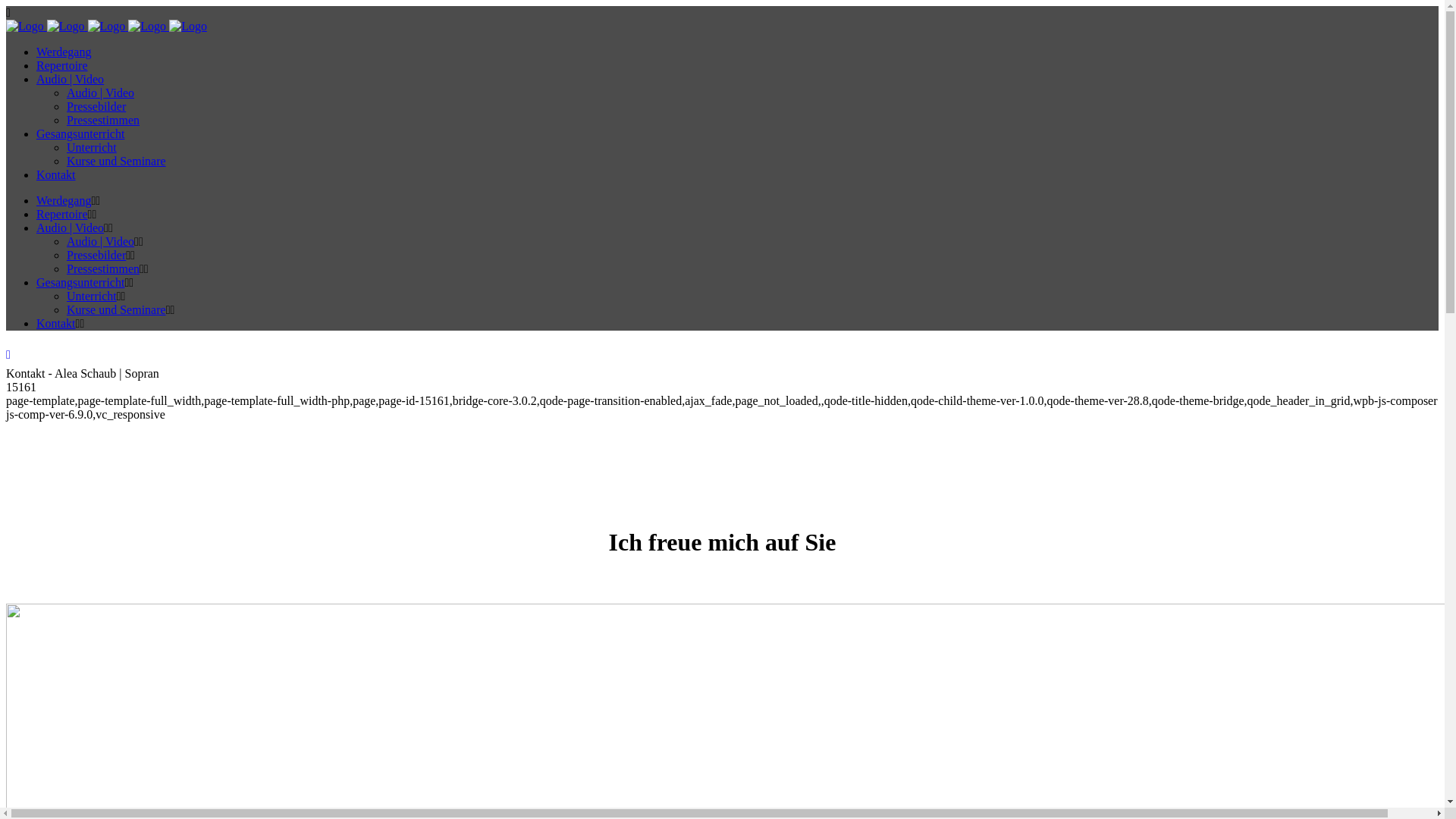 The width and height of the screenshot is (1456, 819). What do you see at coordinates (62, 199) in the screenshot?
I see `'Werdegang'` at bounding box center [62, 199].